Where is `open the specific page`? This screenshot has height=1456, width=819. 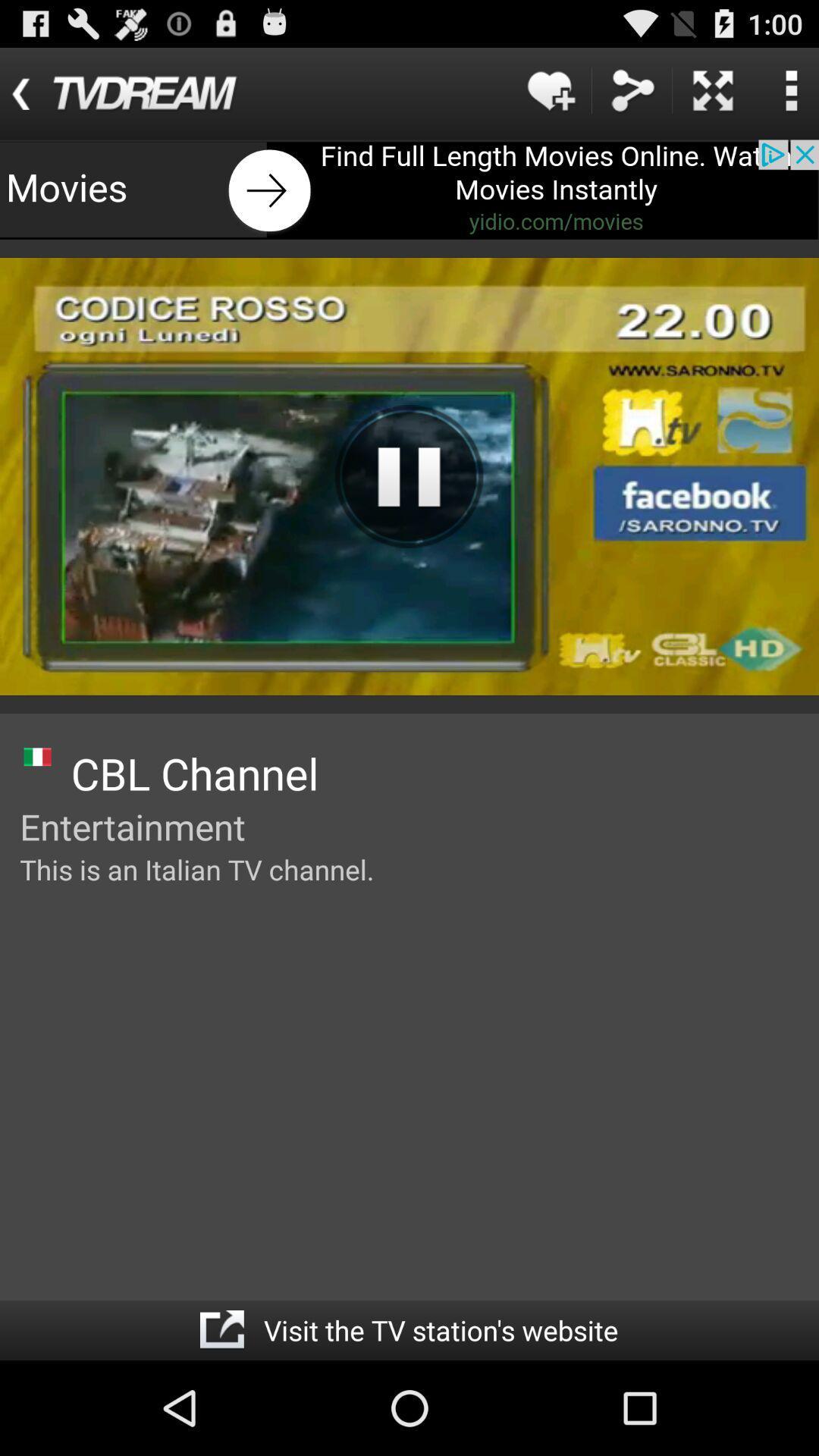
open the specific page is located at coordinates (221, 1329).